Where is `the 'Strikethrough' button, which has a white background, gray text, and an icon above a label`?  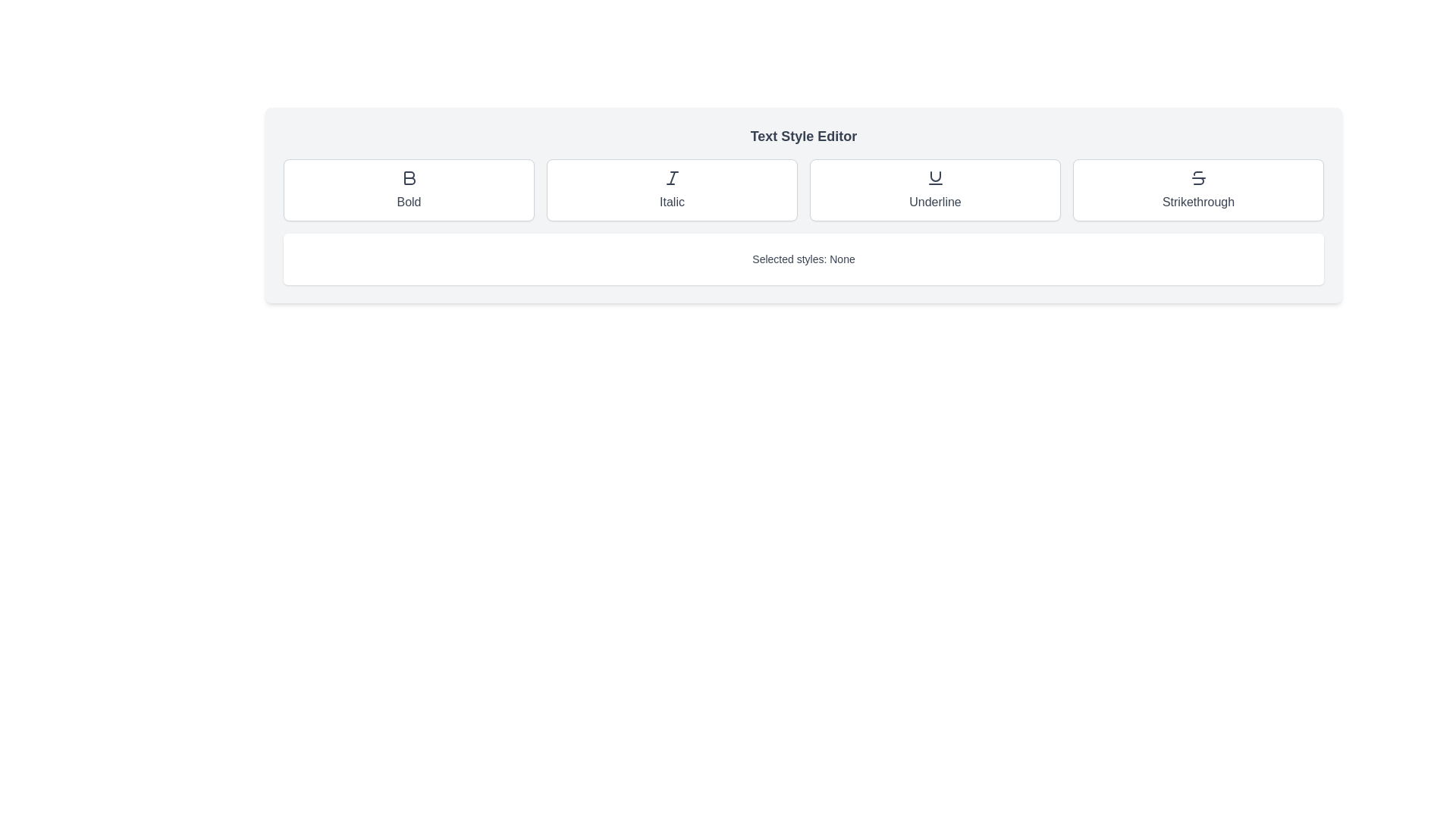
the 'Strikethrough' button, which has a white background, gray text, and an icon above a label is located at coordinates (1197, 189).